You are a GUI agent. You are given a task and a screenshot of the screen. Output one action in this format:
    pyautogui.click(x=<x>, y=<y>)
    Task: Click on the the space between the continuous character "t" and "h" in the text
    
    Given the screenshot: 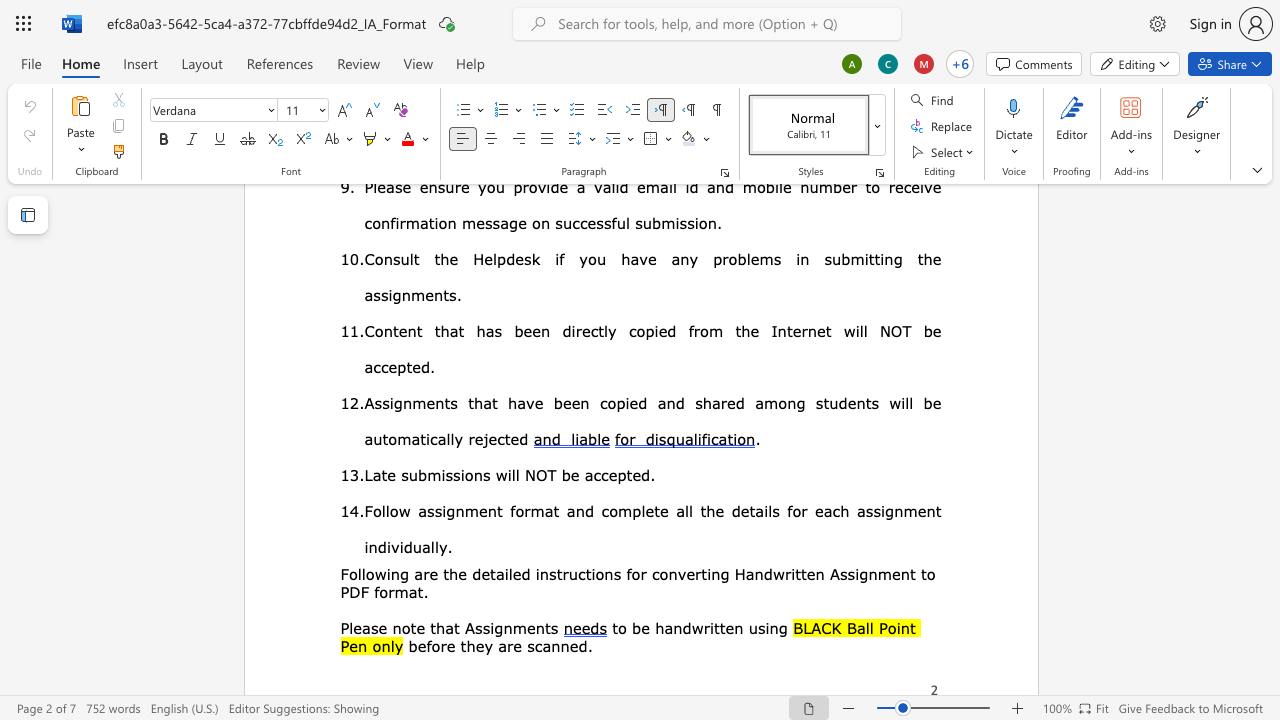 What is the action you would take?
    pyautogui.click(x=473, y=402)
    